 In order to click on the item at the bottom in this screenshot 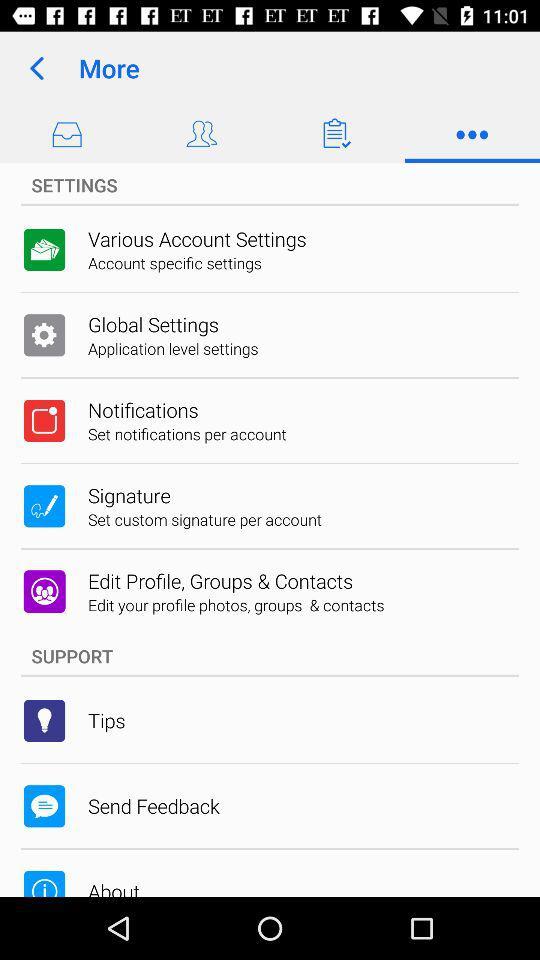, I will do `click(270, 655)`.